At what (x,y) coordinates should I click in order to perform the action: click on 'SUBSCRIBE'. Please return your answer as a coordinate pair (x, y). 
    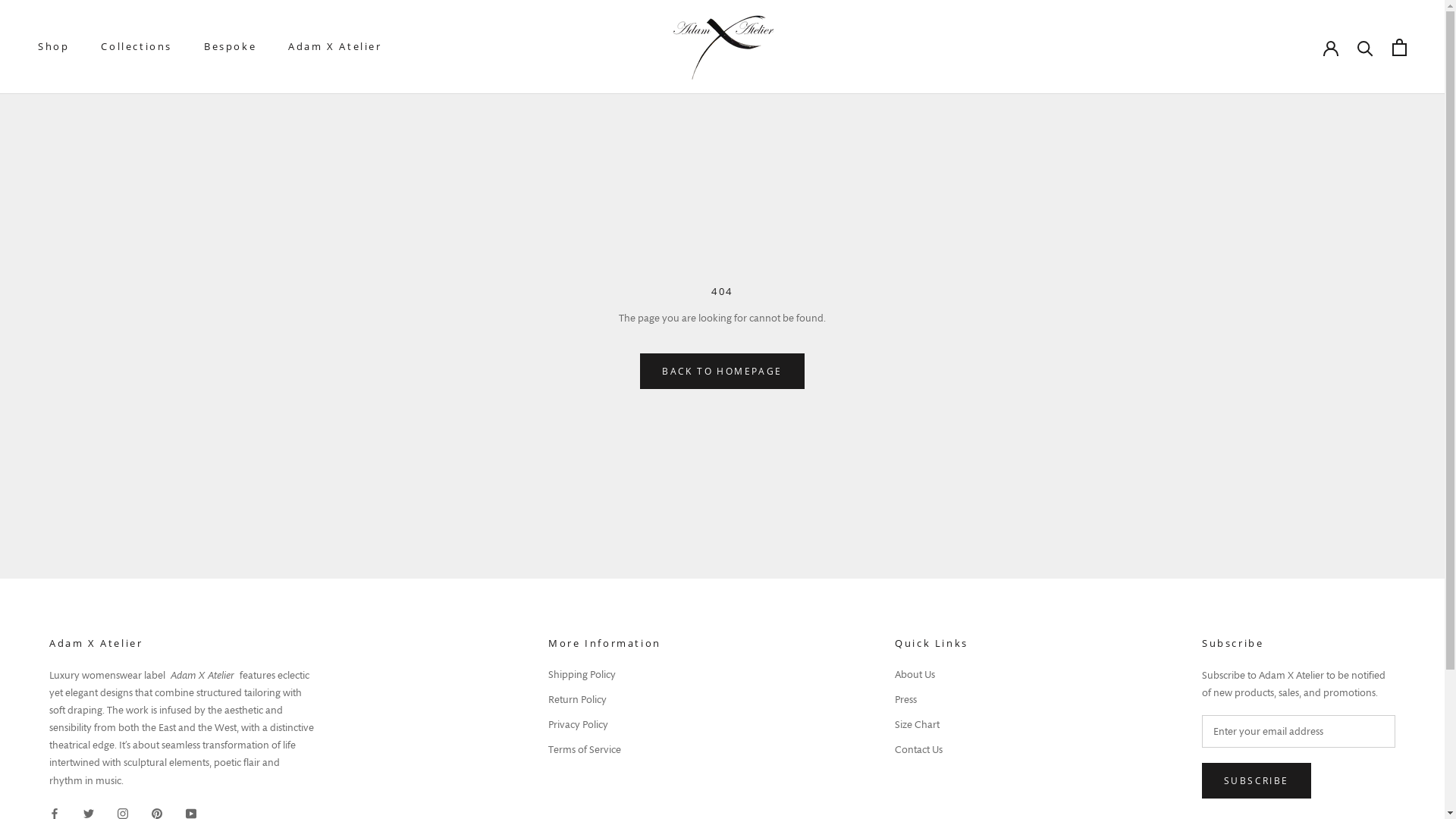
    Looking at the image, I should click on (1256, 780).